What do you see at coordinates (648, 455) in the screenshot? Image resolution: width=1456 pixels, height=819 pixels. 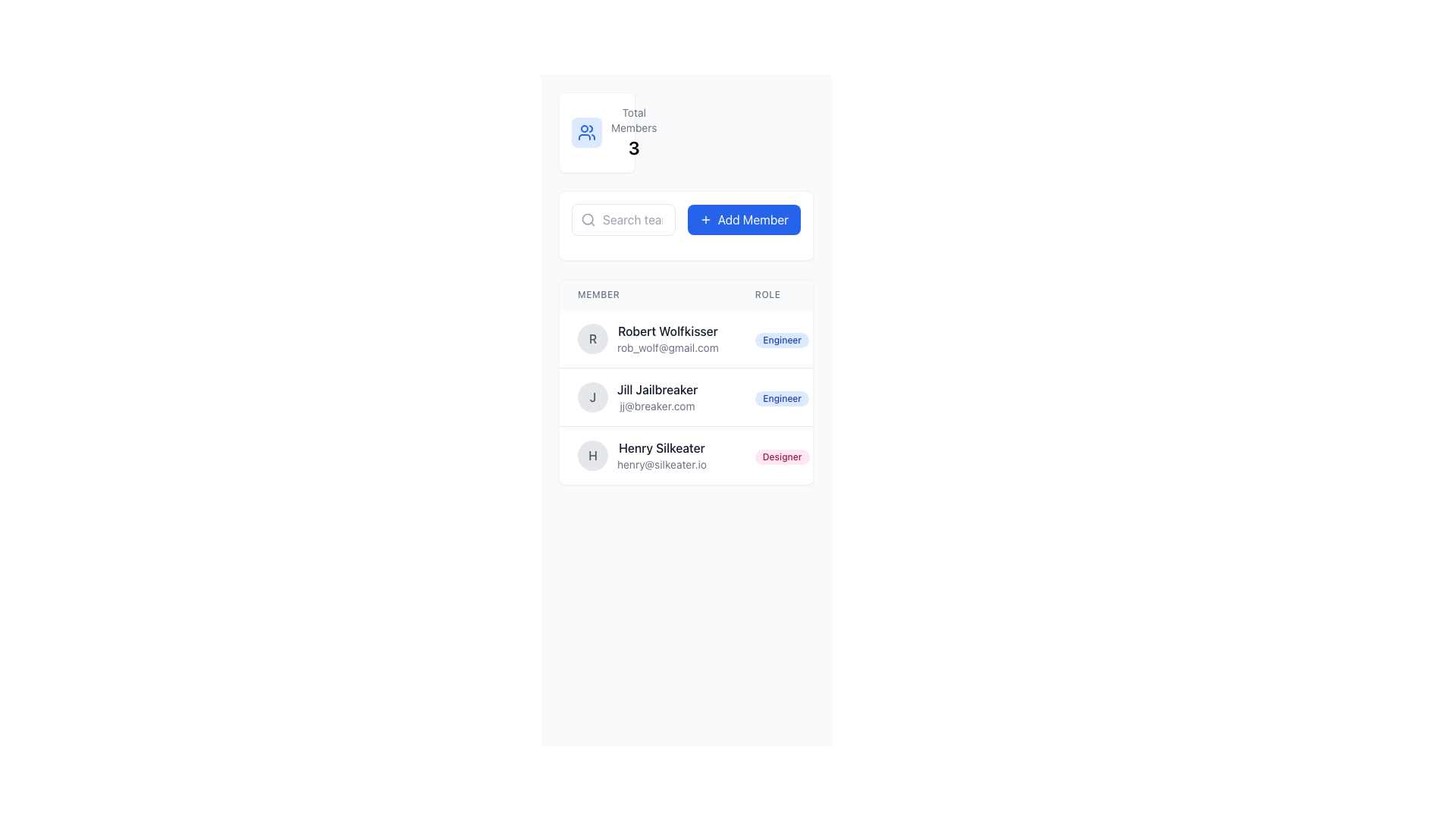 I see `the list item representing the user profile for 'Henry Silkeater', which consists of a circular profile icon with an 'H' and the name and email text adjacent to it` at bounding box center [648, 455].